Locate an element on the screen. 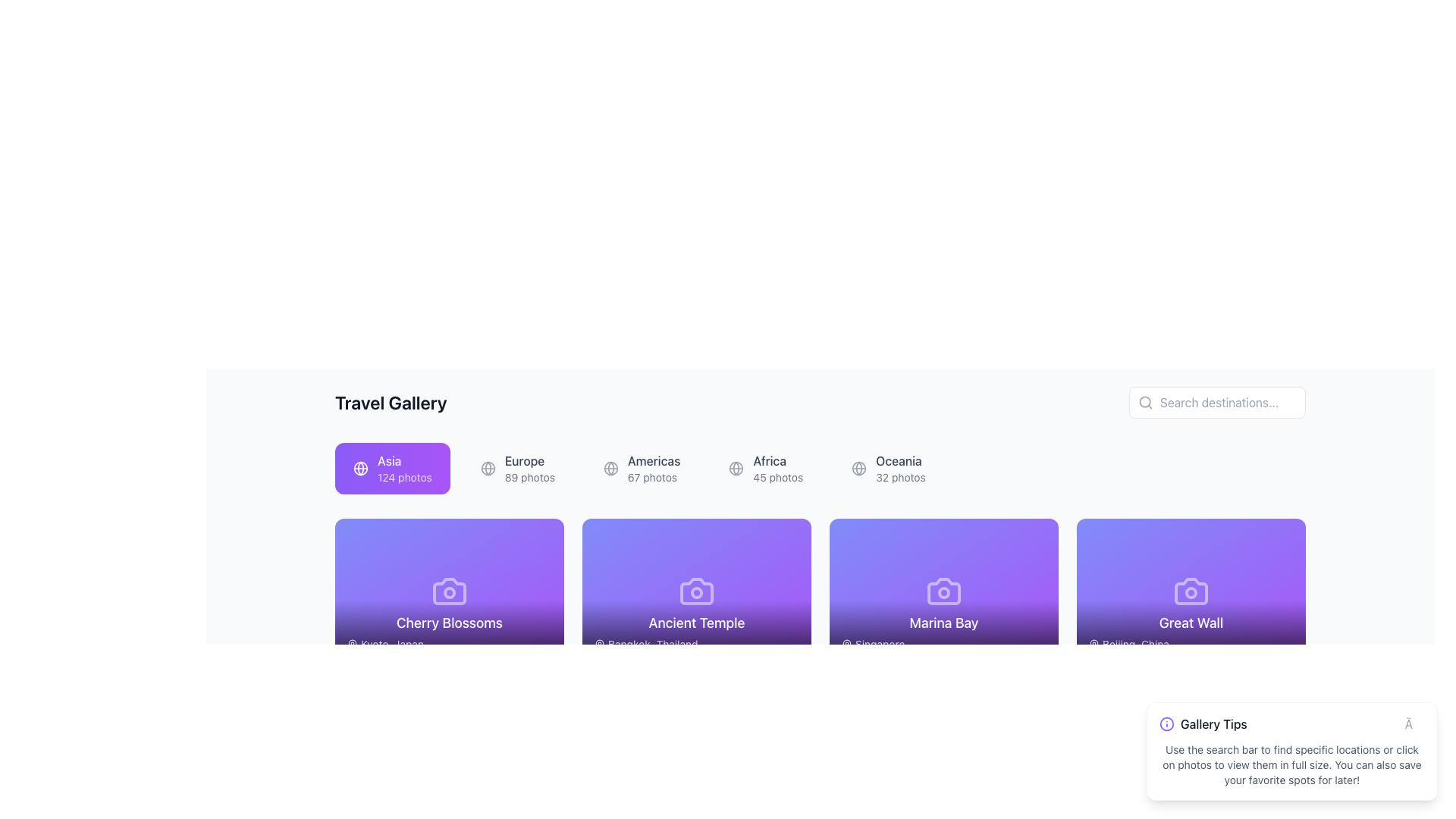 The height and width of the screenshot is (819, 1456). the globe icon representing Asia in the Travel Gallery section, which is a circular outline icon surrounded by additional paths is located at coordinates (359, 467).